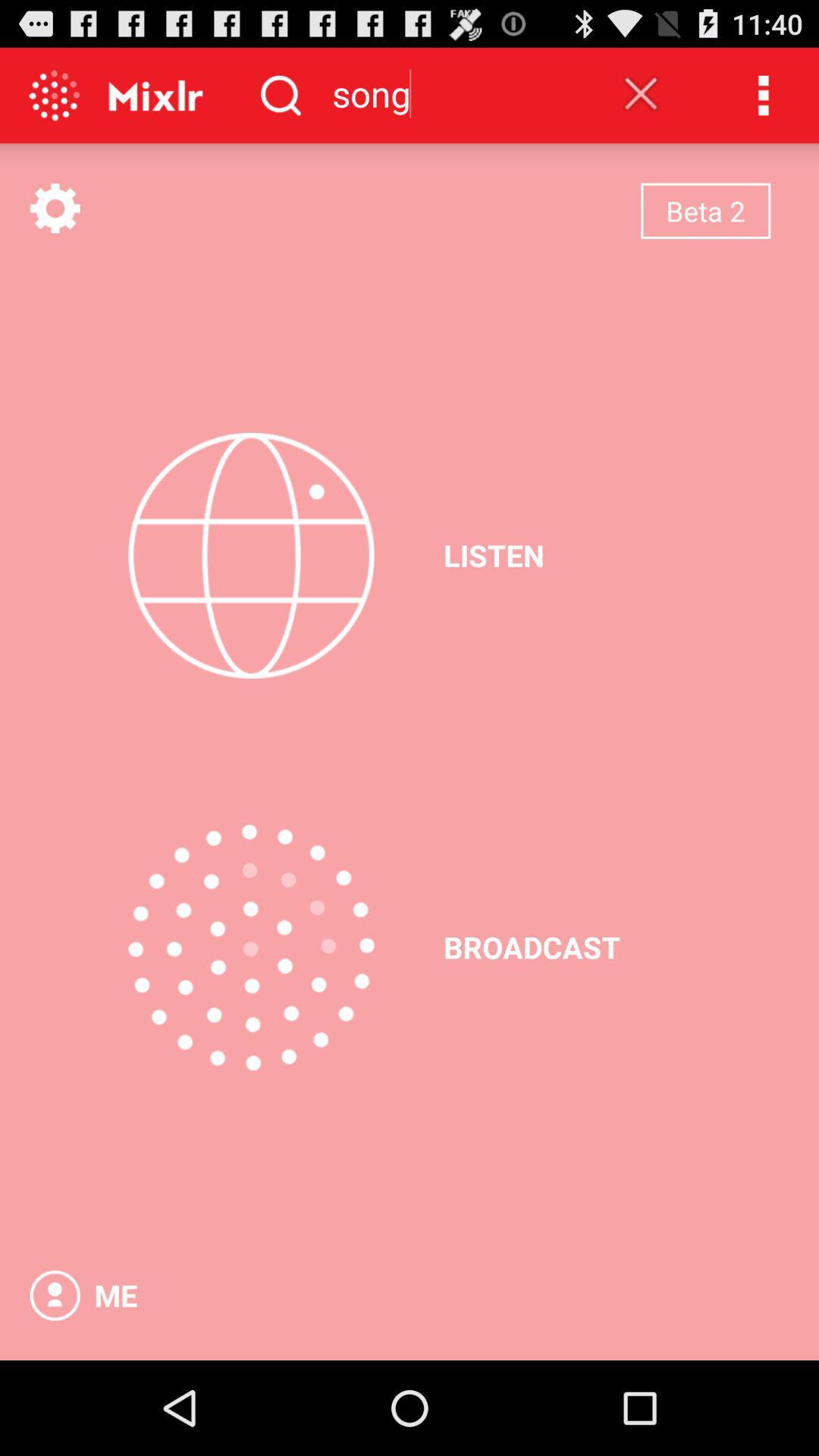 Image resolution: width=819 pixels, height=1456 pixels. What do you see at coordinates (54, 1294) in the screenshot?
I see `open profile option` at bounding box center [54, 1294].